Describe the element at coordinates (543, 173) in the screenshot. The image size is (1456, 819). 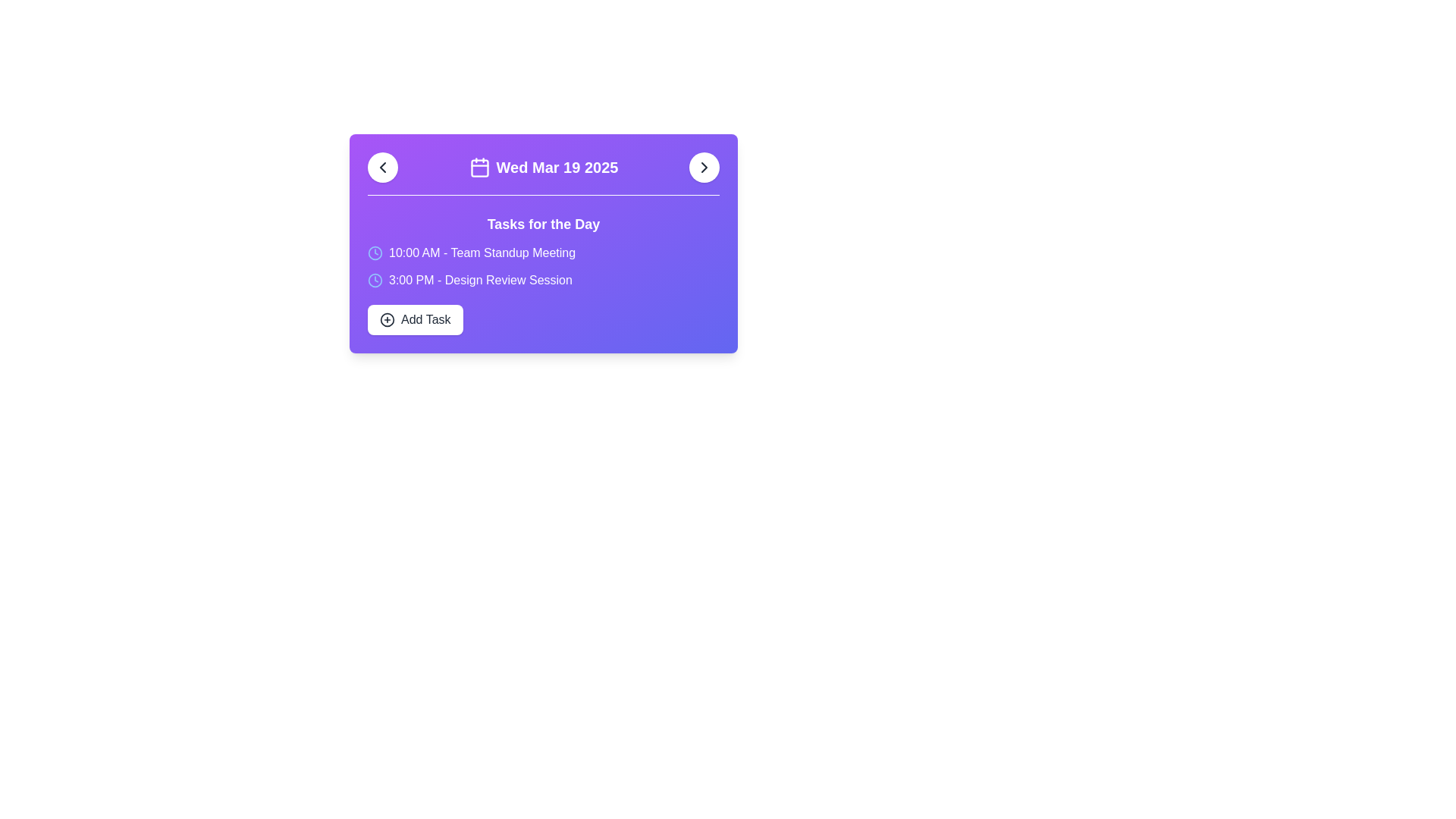
I see `the display text element showing 'Wed Mar 19 2025' with a calendar icon on a gradient purple background located at the top section of the card` at that location.